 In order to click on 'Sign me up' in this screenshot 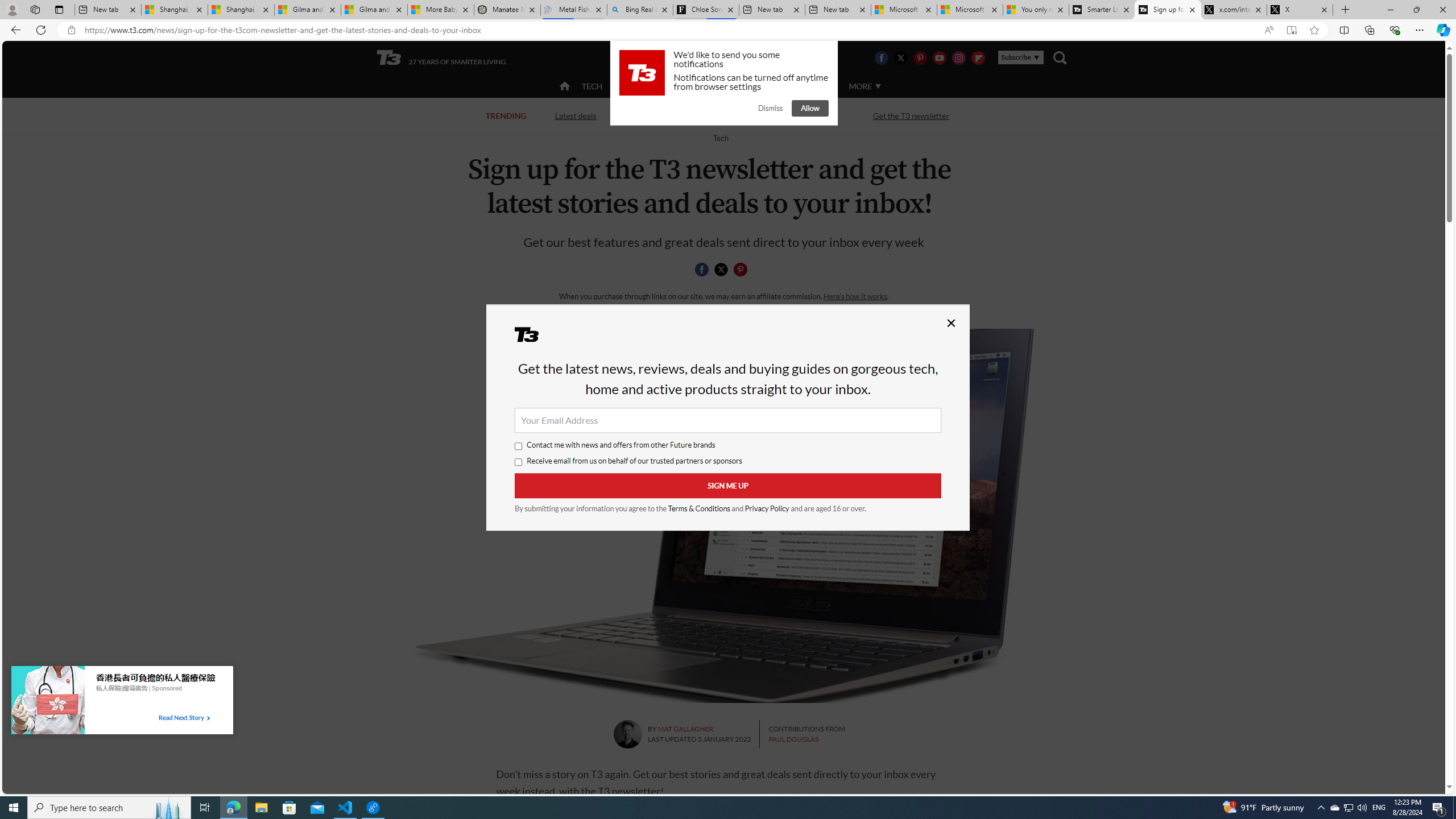, I will do `click(728, 486)`.